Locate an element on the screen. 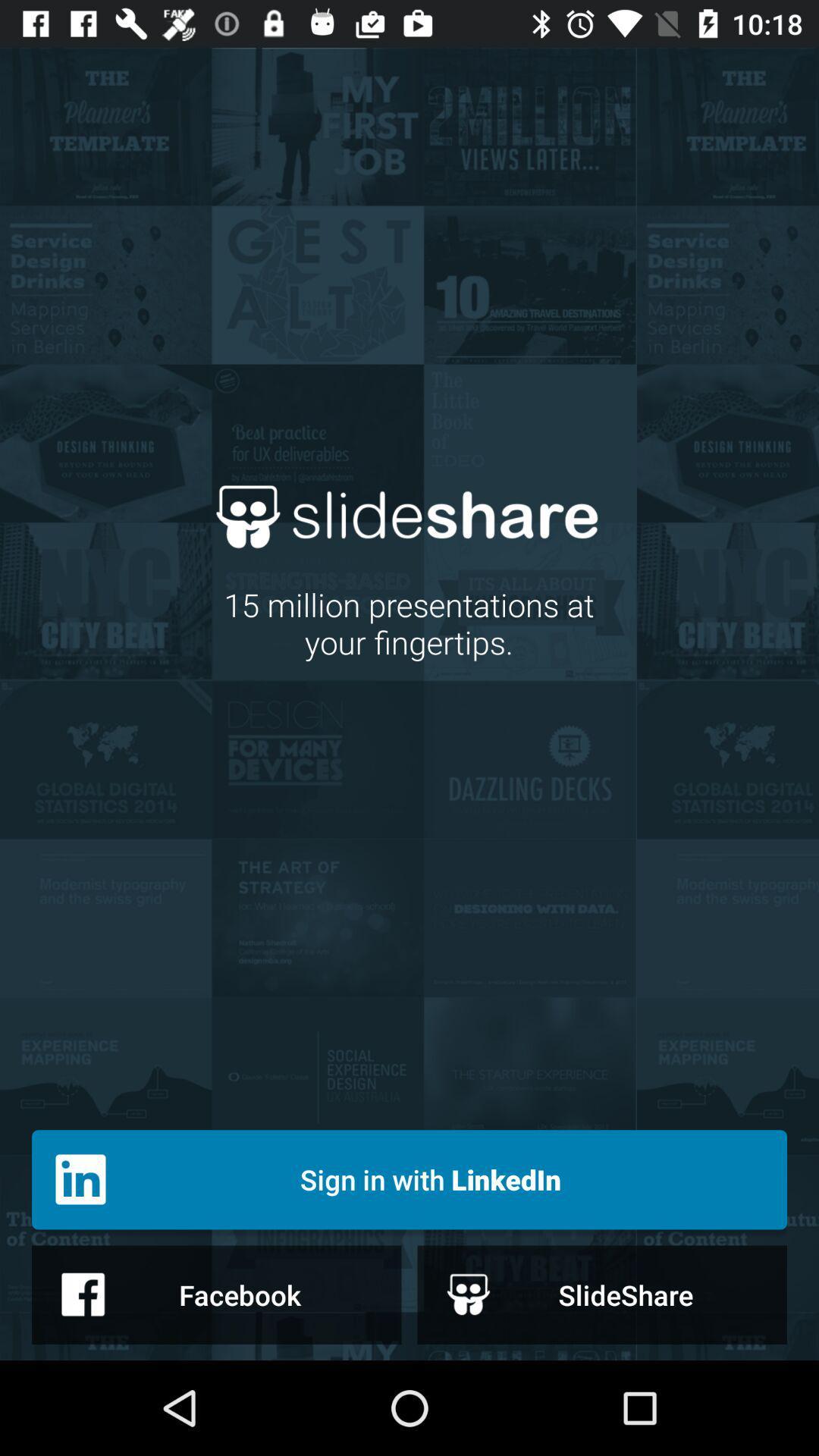 The height and width of the screenshot is (1456, 819). the icon below sign in with icon is located at coordinates (216, 1294).